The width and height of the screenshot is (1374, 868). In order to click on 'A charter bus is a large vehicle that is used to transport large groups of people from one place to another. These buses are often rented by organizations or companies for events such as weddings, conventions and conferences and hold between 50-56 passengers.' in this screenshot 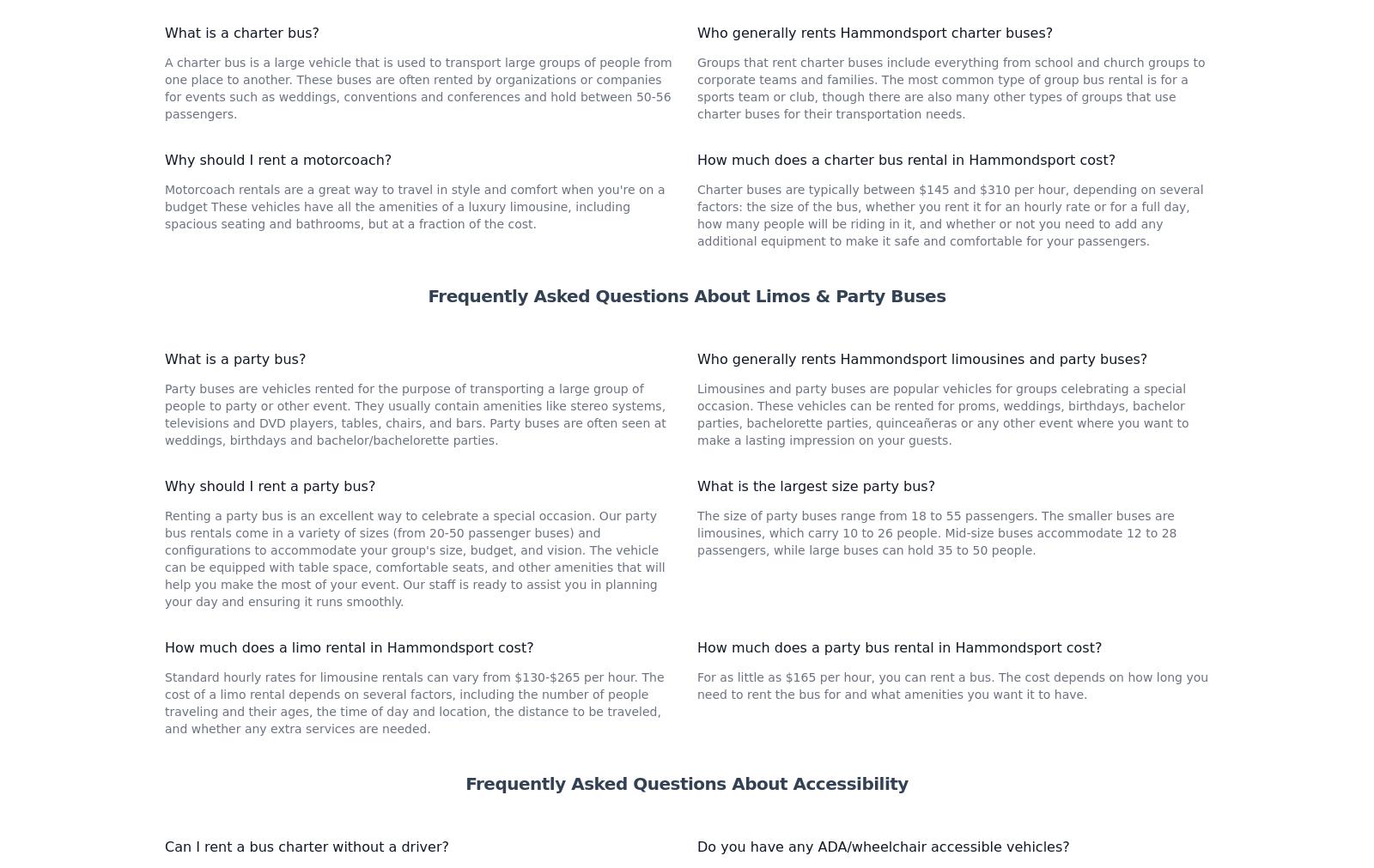, I will do `click(417, 316)`.